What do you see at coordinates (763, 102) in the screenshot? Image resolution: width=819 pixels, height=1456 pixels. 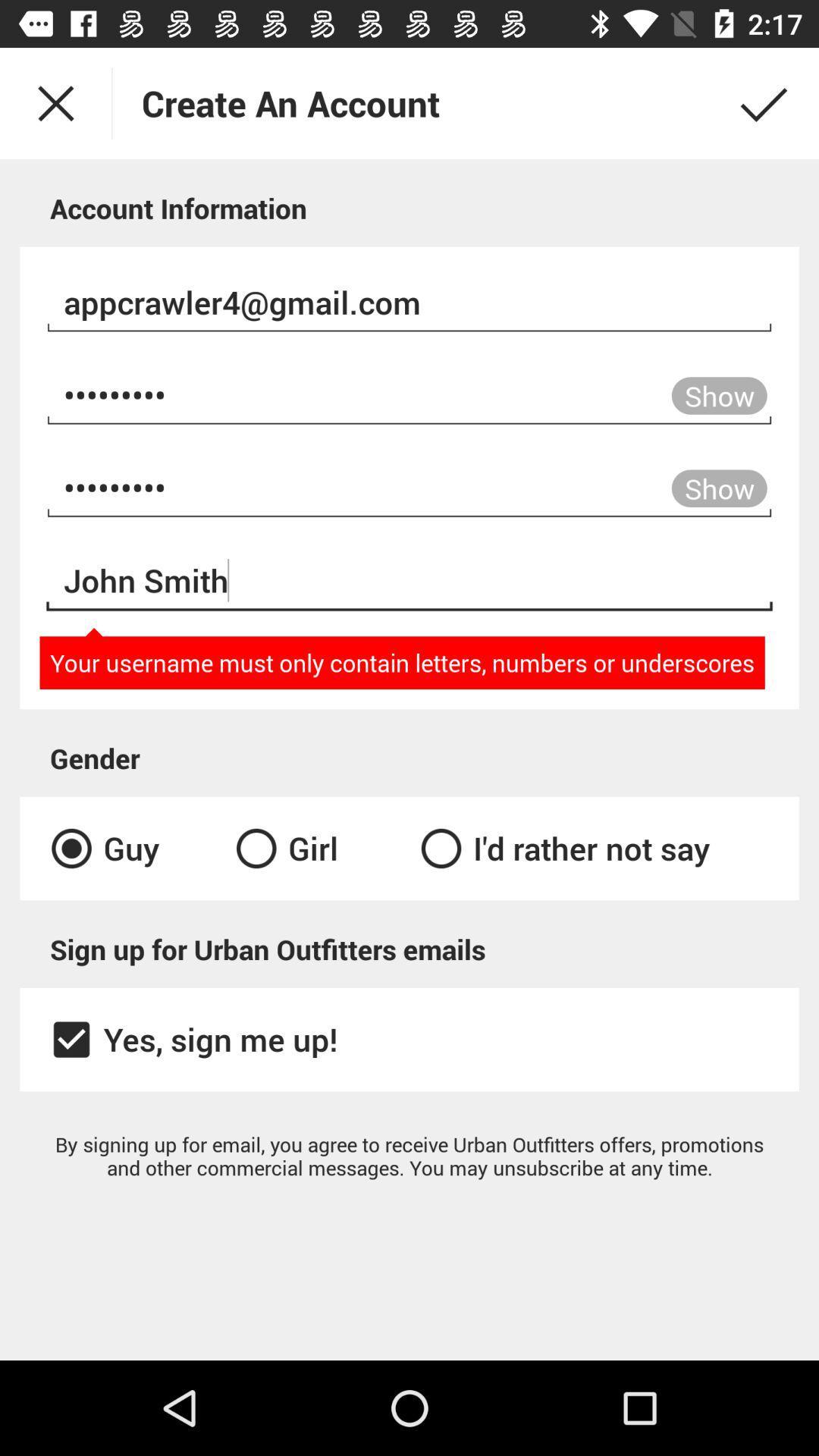 I see `the check icon` at bounding box center [763, 102].